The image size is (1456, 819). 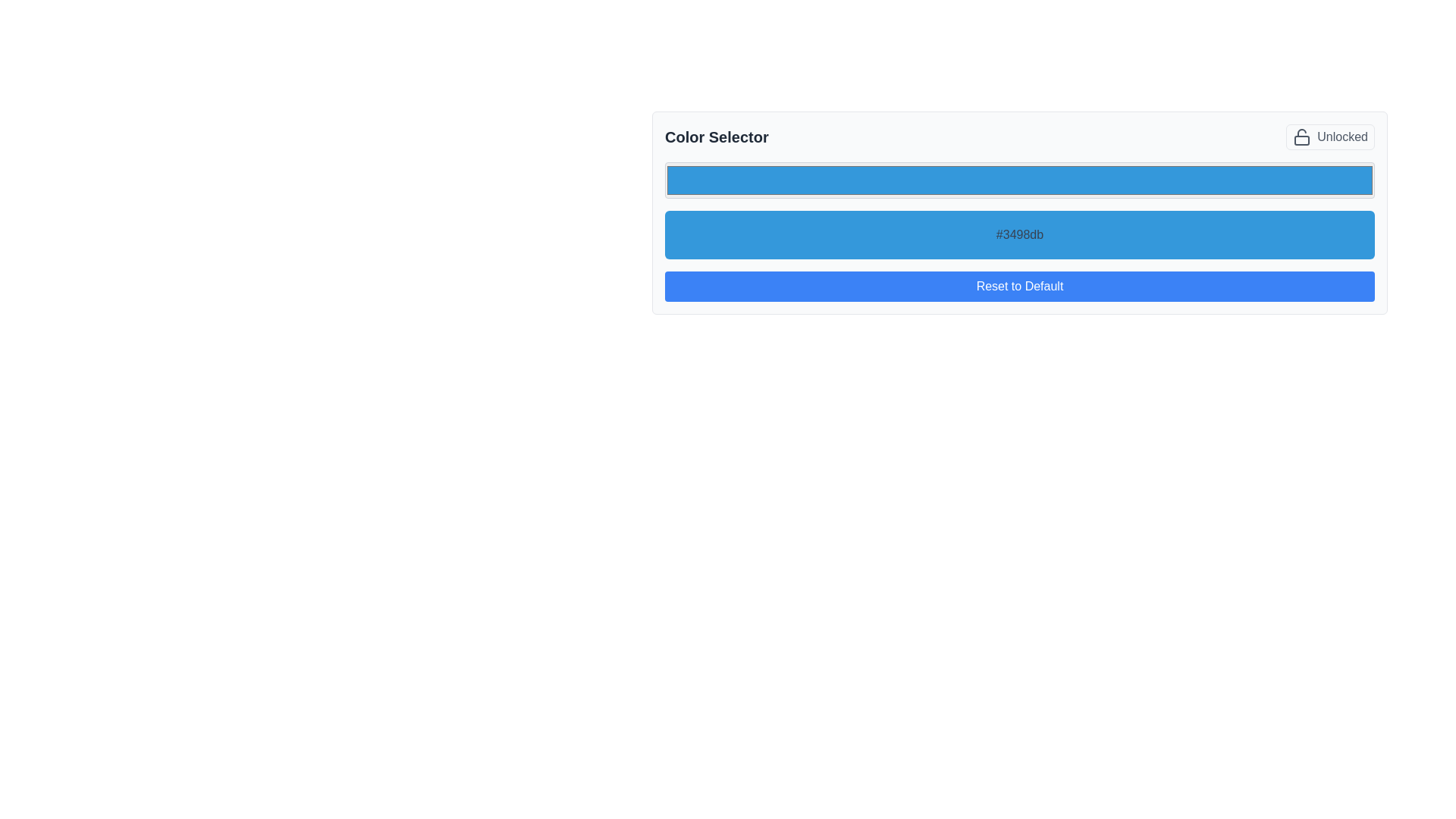 What do you see at coordinates (1019, 234) in the screenshot?
I see `the Color Preview Box displaying the blue shade '#3498db' located in the Color Selector panel, positioned below the color picker and above the 'Reset to Default' button` at bounding box center [1019, 234].